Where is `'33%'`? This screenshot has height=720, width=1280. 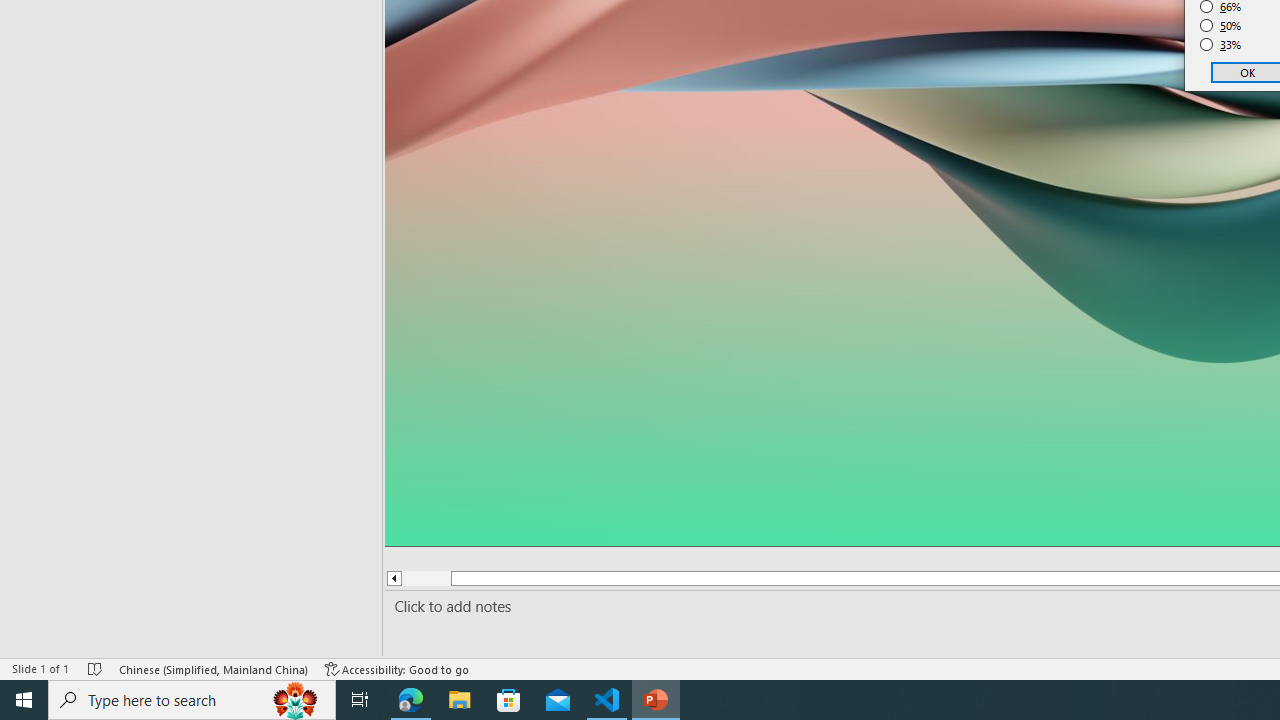 '33%' is located at coordinates (1220, 45).